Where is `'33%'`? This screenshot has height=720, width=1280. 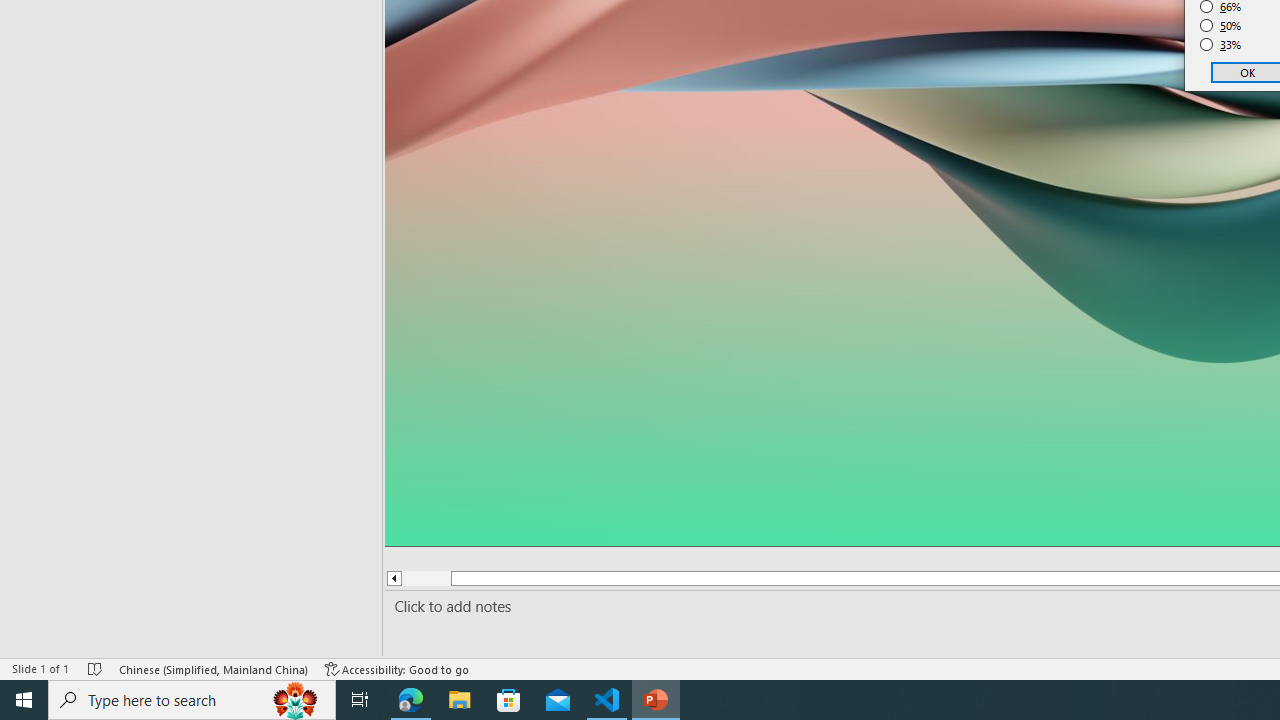 '33%' is located at coordinates (1220, 45).